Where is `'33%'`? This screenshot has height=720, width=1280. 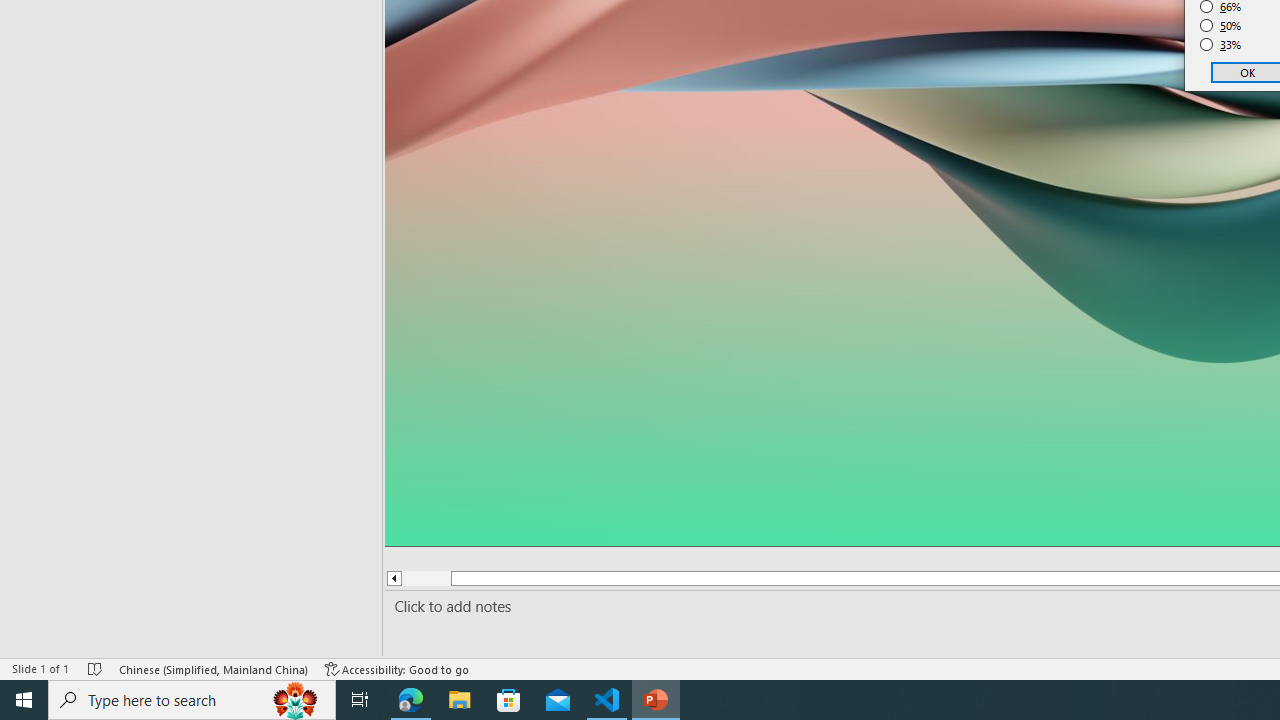 '33%' is located at coordinates (1220, 45).